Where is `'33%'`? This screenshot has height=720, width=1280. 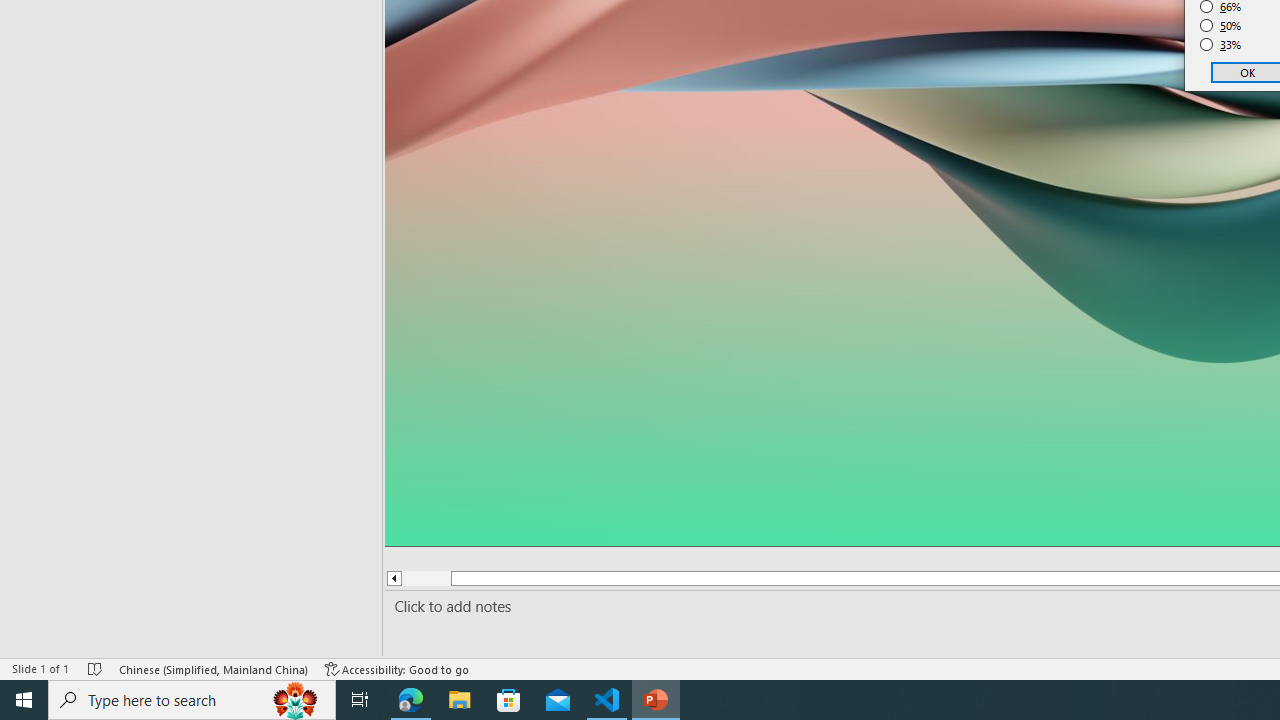 '33%' is located at coordinates (1220, 45).